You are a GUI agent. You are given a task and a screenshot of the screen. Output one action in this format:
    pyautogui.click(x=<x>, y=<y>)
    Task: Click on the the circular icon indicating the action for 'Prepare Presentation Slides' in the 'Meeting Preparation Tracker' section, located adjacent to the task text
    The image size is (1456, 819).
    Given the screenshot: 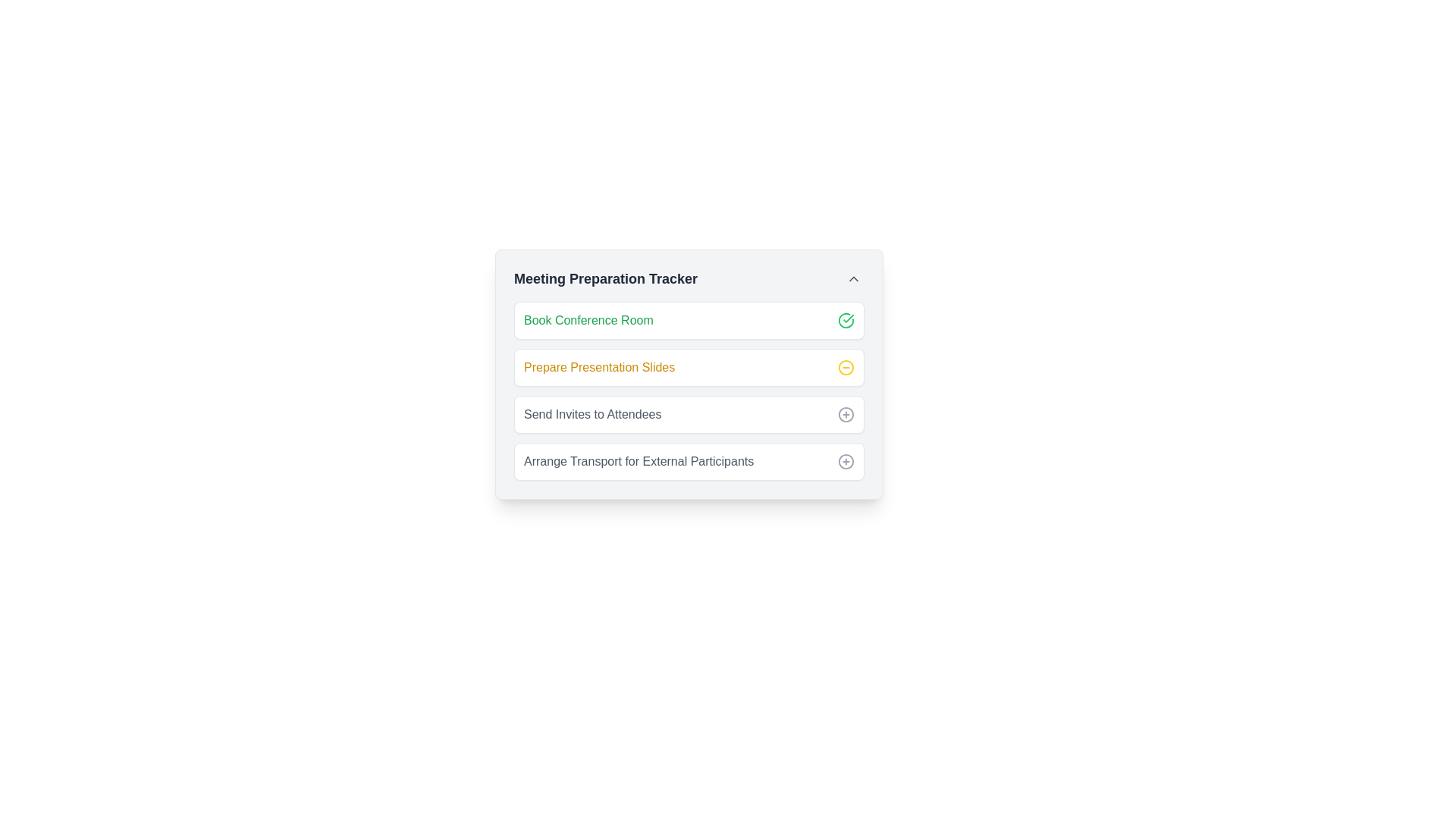 What is the action you would take?
    pyautogui.click(x=846, y=368)
    